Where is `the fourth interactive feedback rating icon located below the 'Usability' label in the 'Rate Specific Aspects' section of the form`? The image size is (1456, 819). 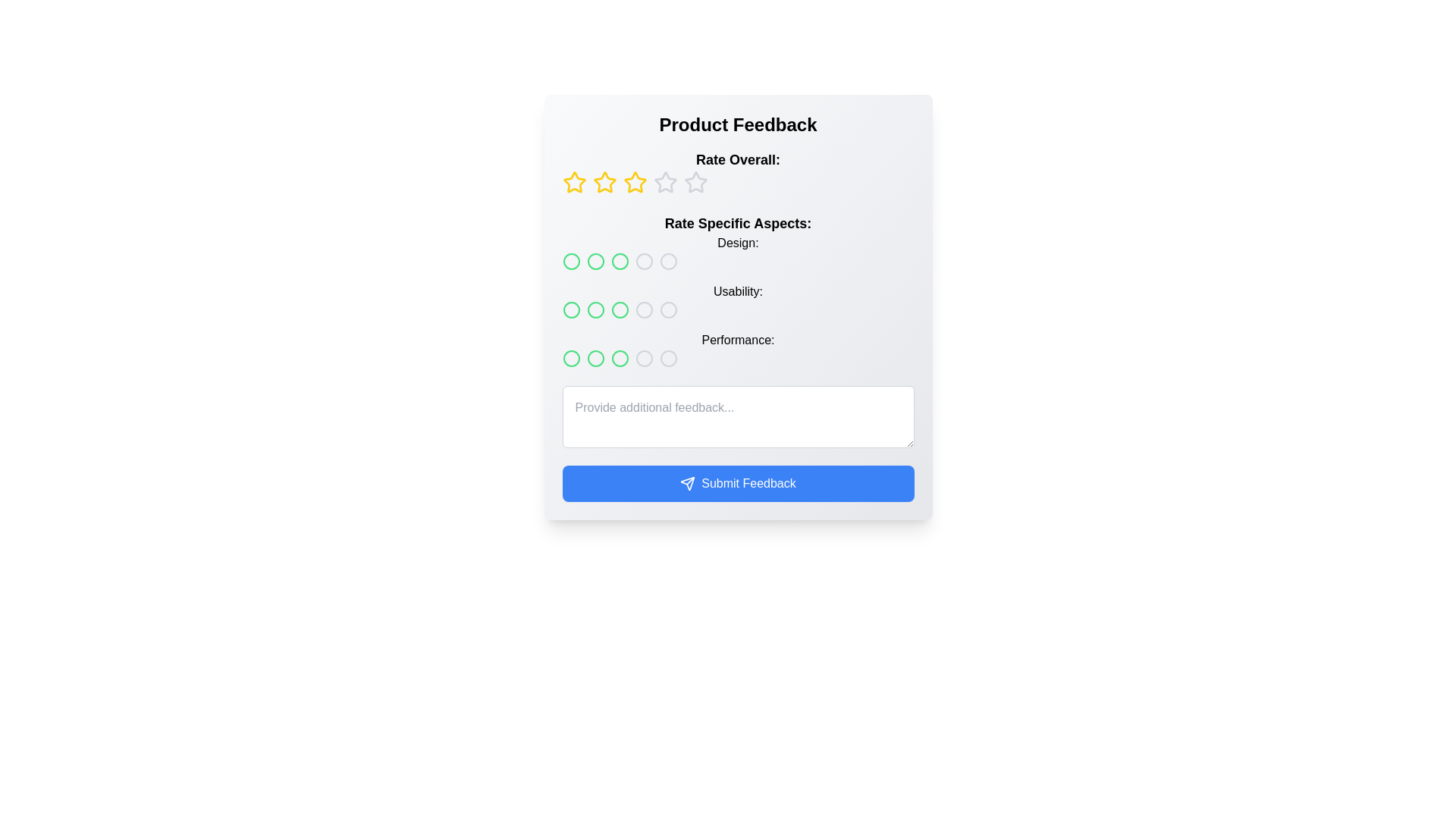
the fourth interactive feedback rating icon located below the 'Usability' label in the 'Rate Specific Aspects' section of the form is located at coordinates (644, 309).